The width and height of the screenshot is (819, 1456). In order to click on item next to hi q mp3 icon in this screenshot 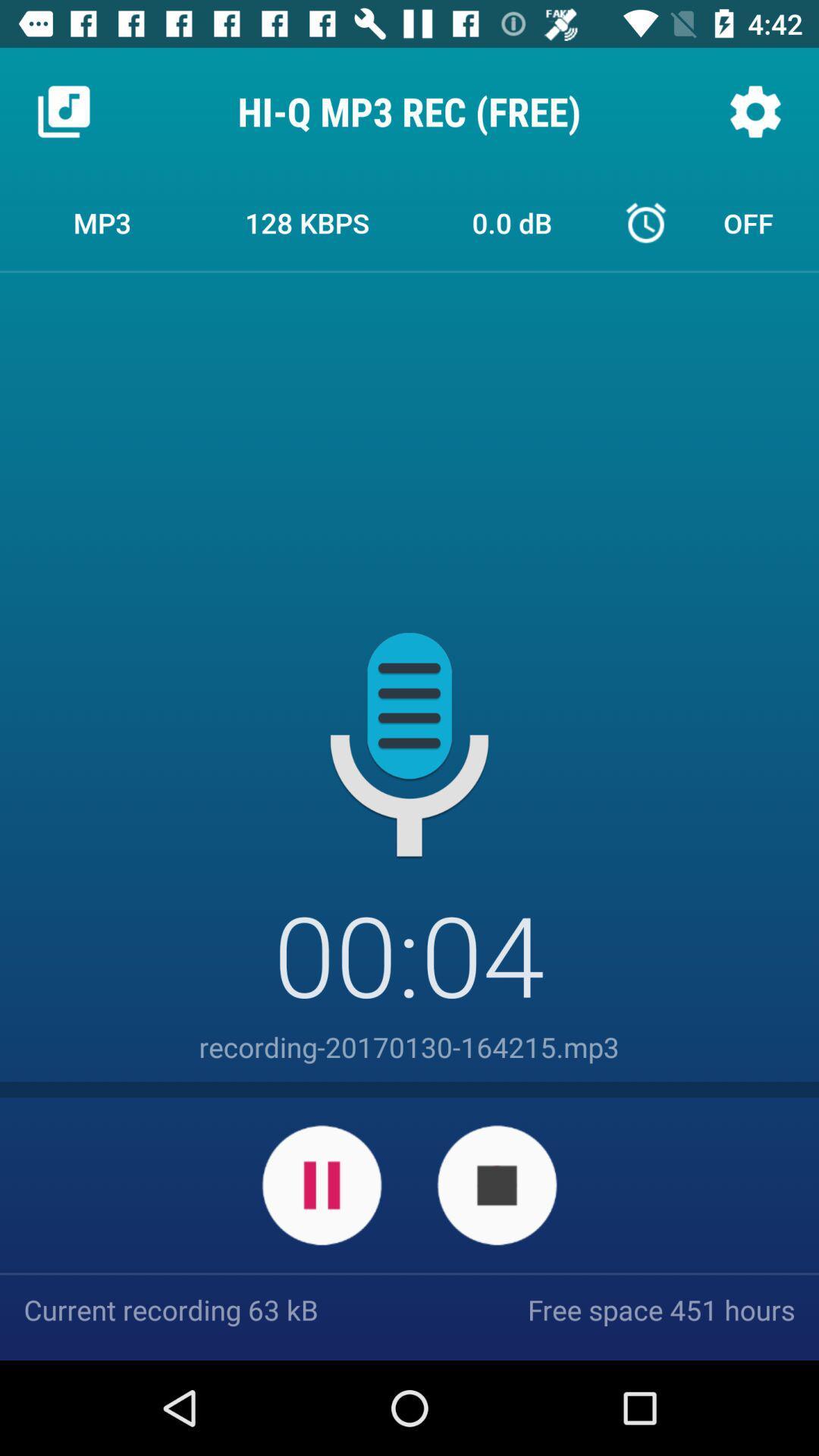, I will do `click(755, 111)`.